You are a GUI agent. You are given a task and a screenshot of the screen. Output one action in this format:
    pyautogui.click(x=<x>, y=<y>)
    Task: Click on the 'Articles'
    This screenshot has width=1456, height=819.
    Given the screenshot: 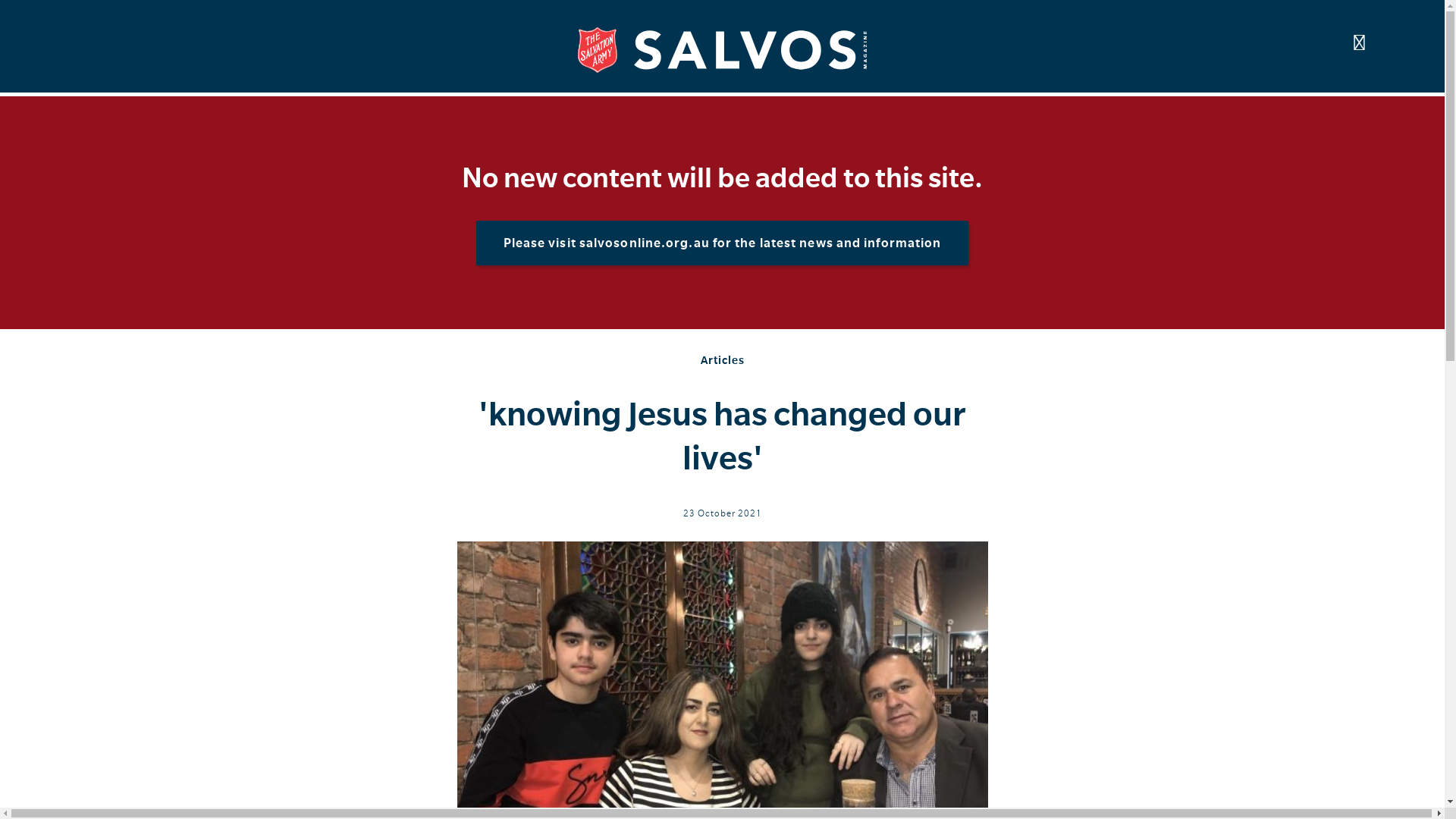 What is the action you would take?
    pyautogui.click(x=700, y=359)
    